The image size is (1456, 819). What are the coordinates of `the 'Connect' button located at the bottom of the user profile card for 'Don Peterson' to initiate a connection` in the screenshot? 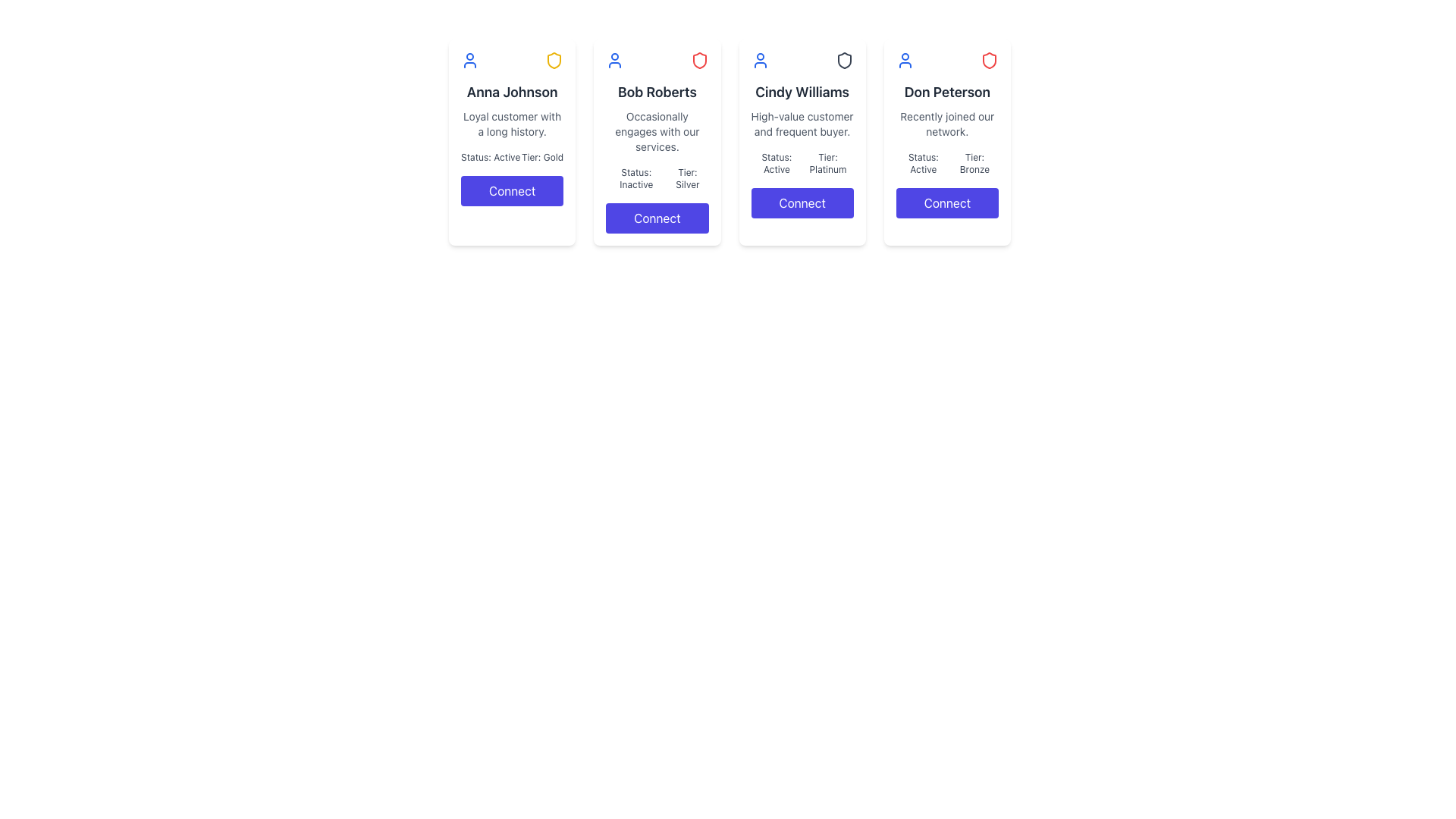 It's located at (946, 202).